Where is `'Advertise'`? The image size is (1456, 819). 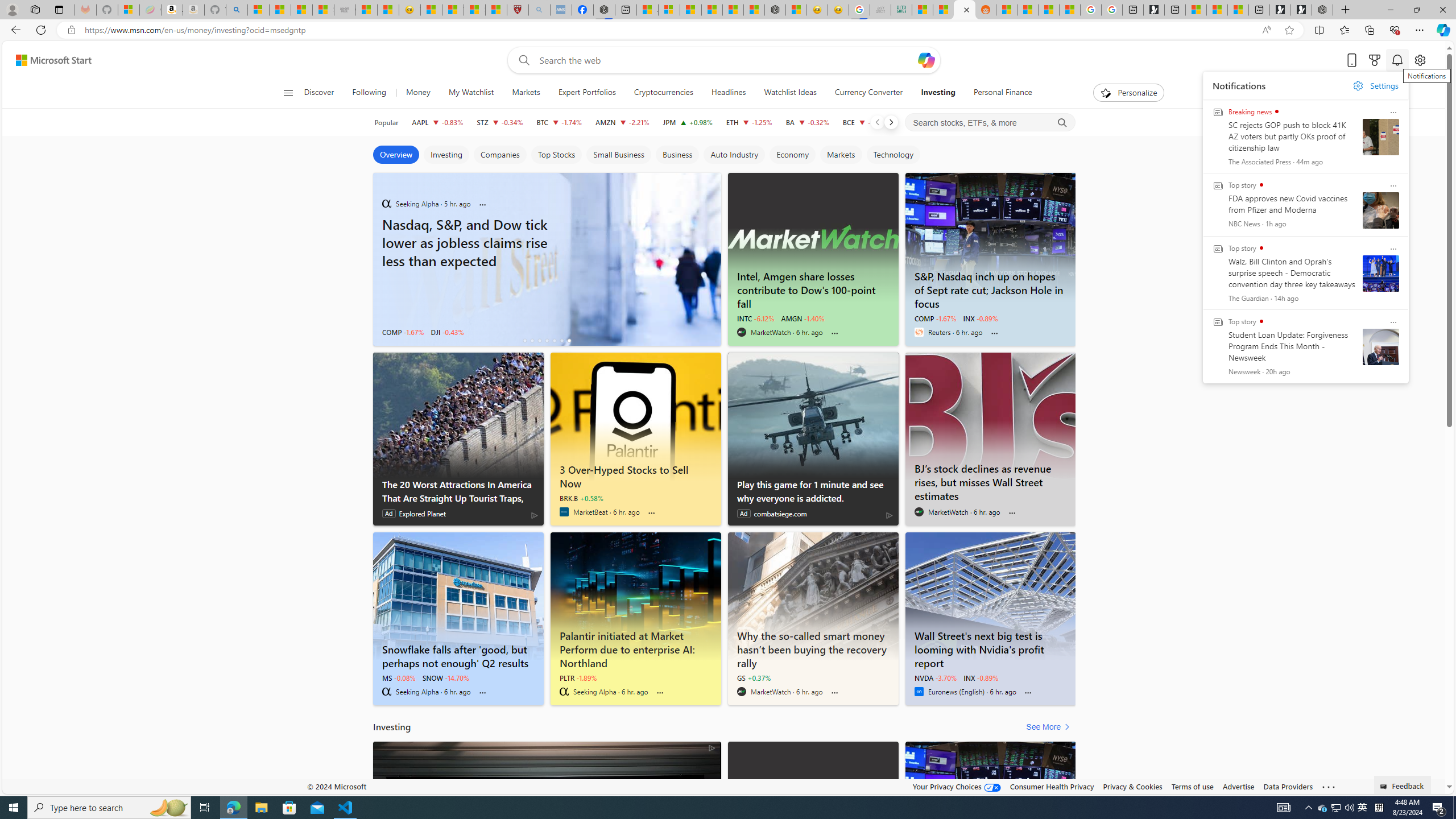 'Advertise' is located at coordinates (1238, 786).